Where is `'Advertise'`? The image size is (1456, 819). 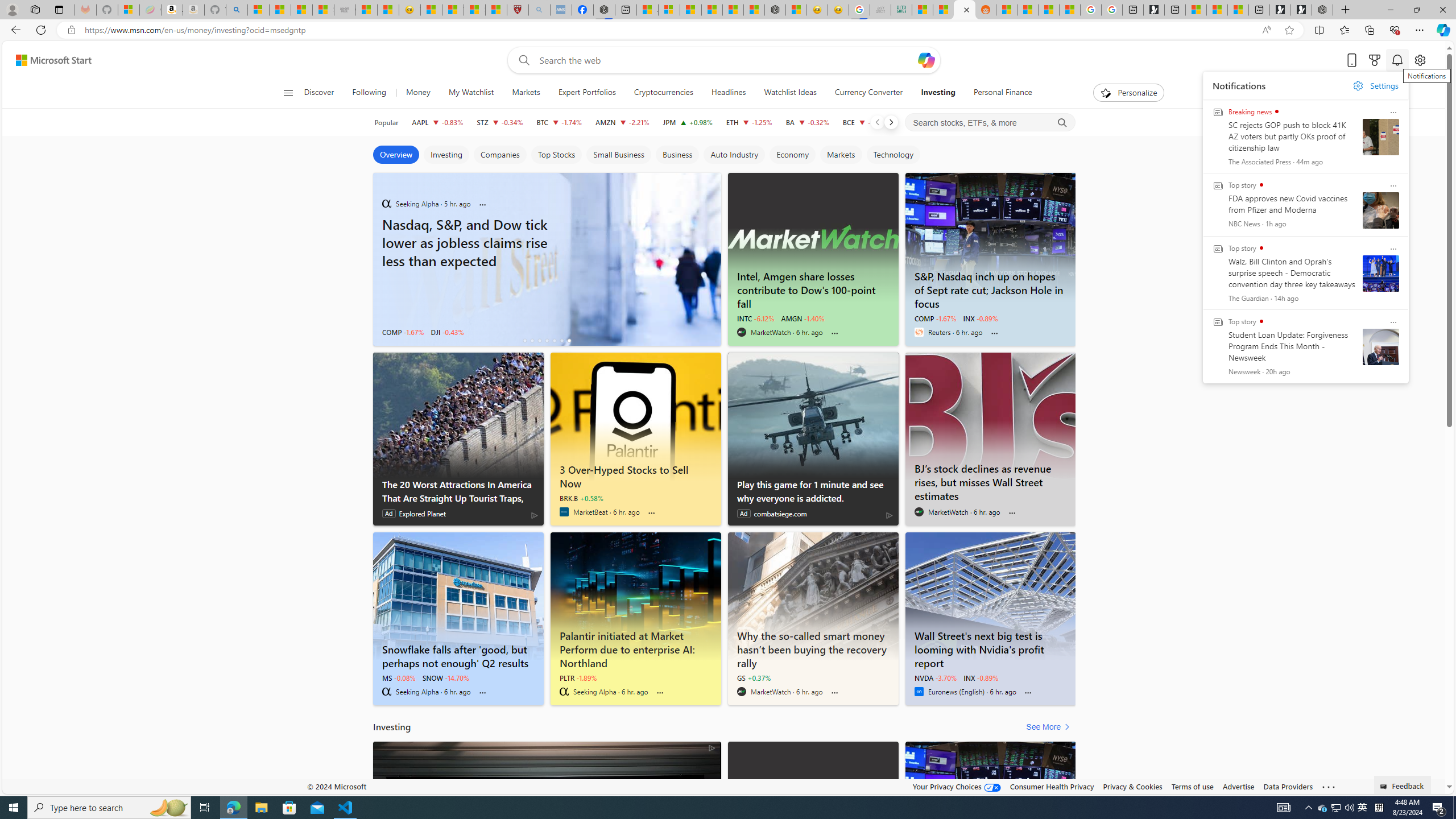 'Advertise' is located at coordinates (1238, 786).